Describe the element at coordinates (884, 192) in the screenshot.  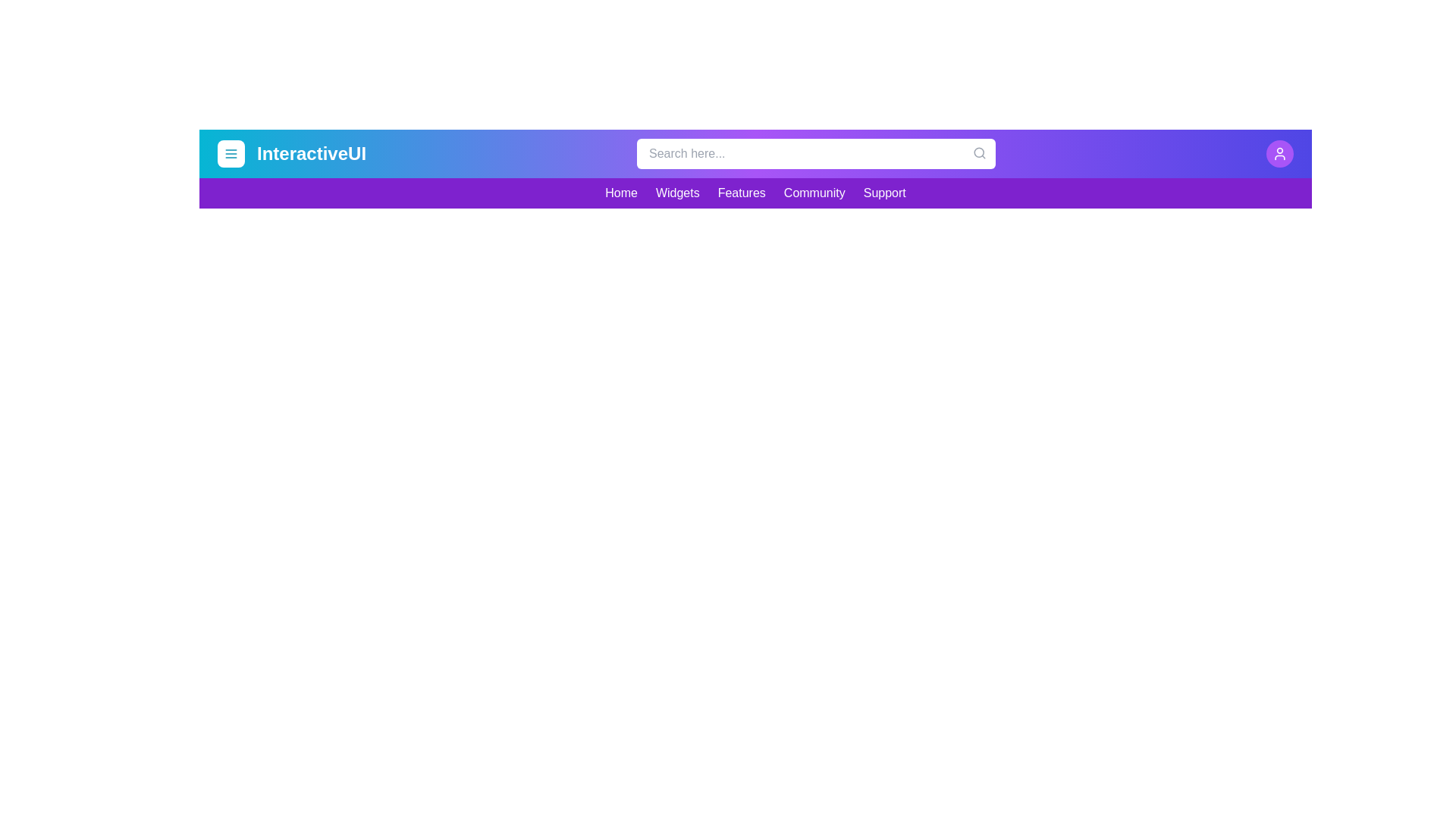
I see `the navigation link labeled Support` at that location.